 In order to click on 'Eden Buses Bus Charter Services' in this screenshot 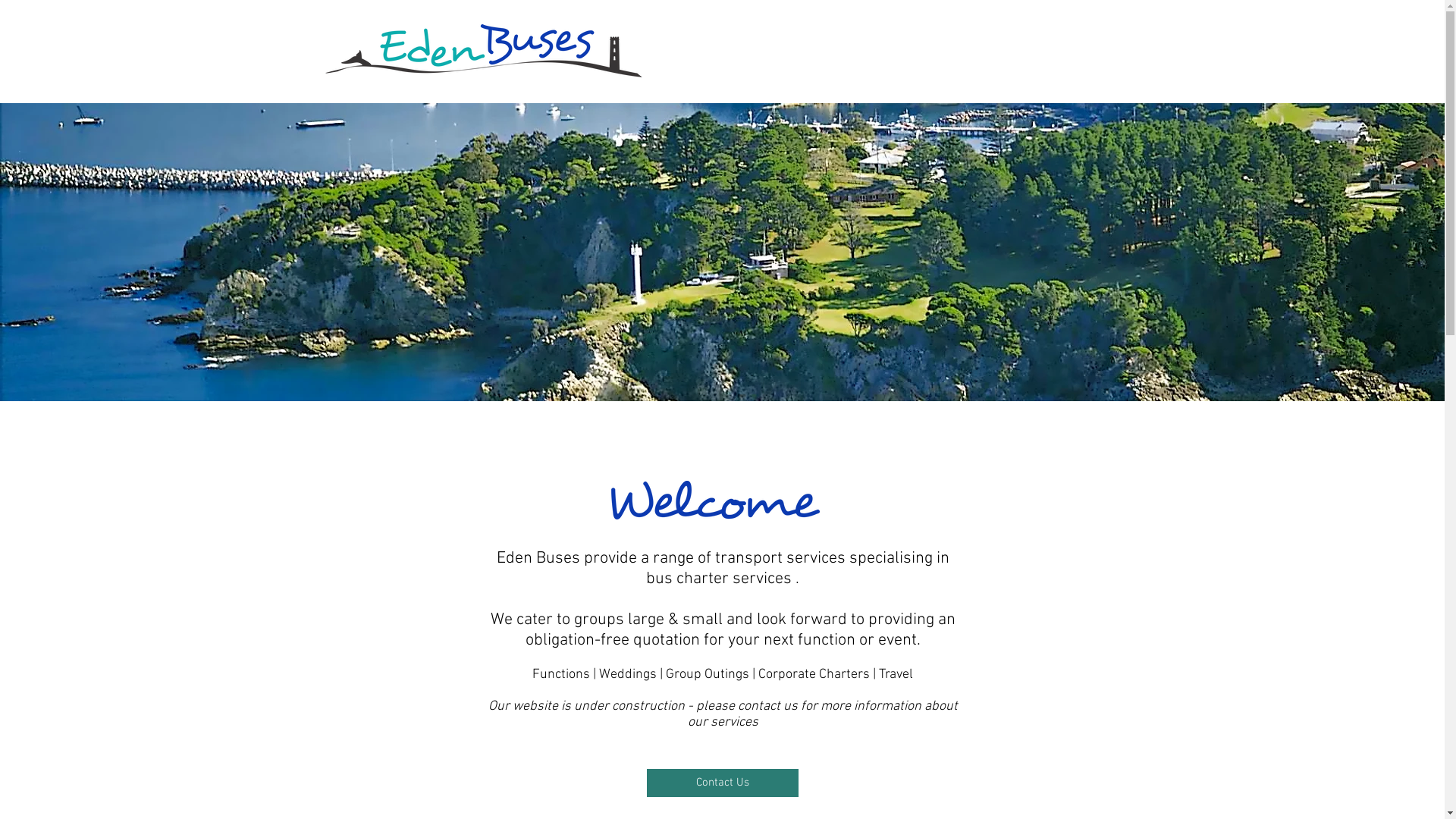, I will do `click(482, 49)`.